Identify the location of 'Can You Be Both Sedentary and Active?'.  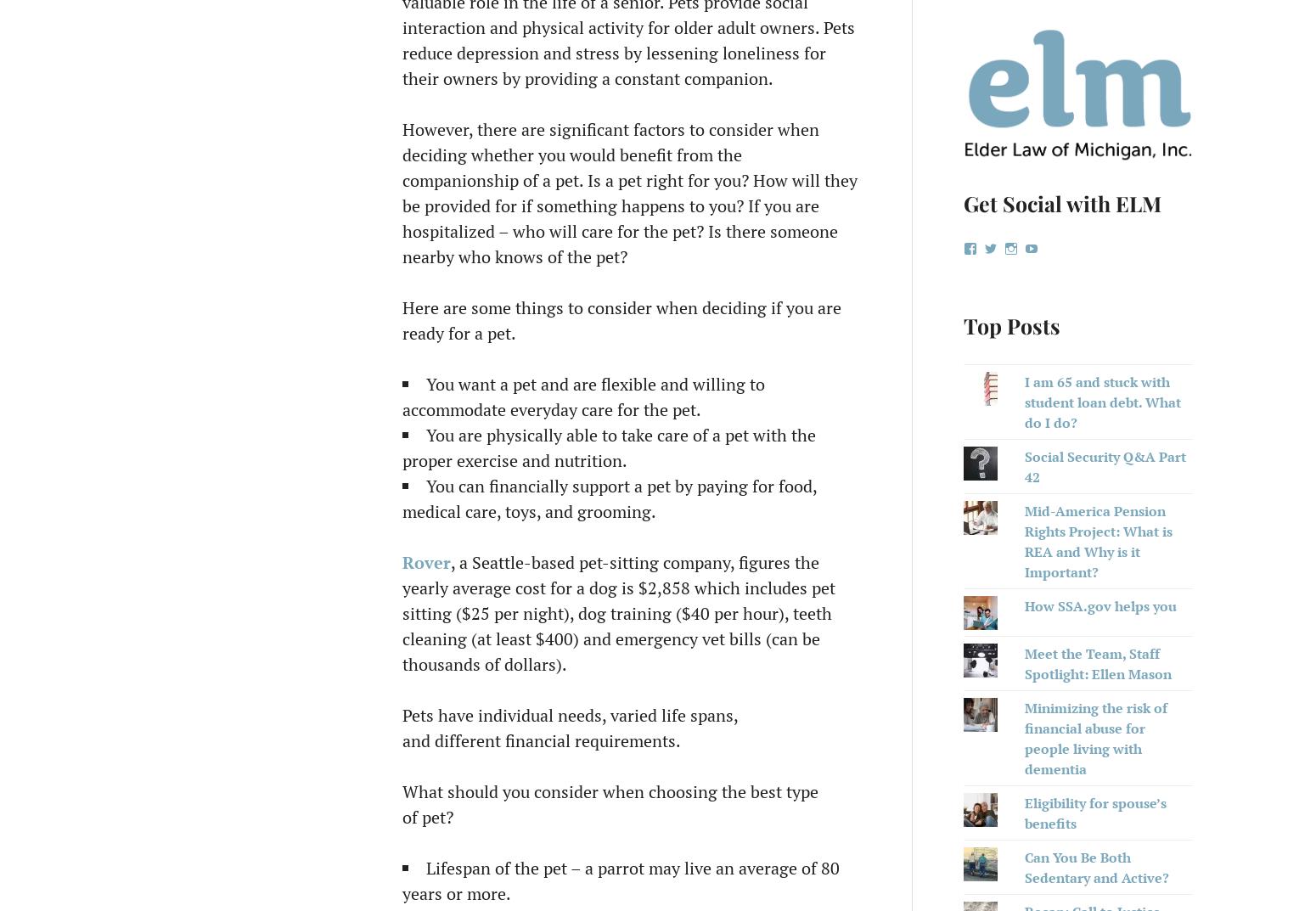
(1094, 866).